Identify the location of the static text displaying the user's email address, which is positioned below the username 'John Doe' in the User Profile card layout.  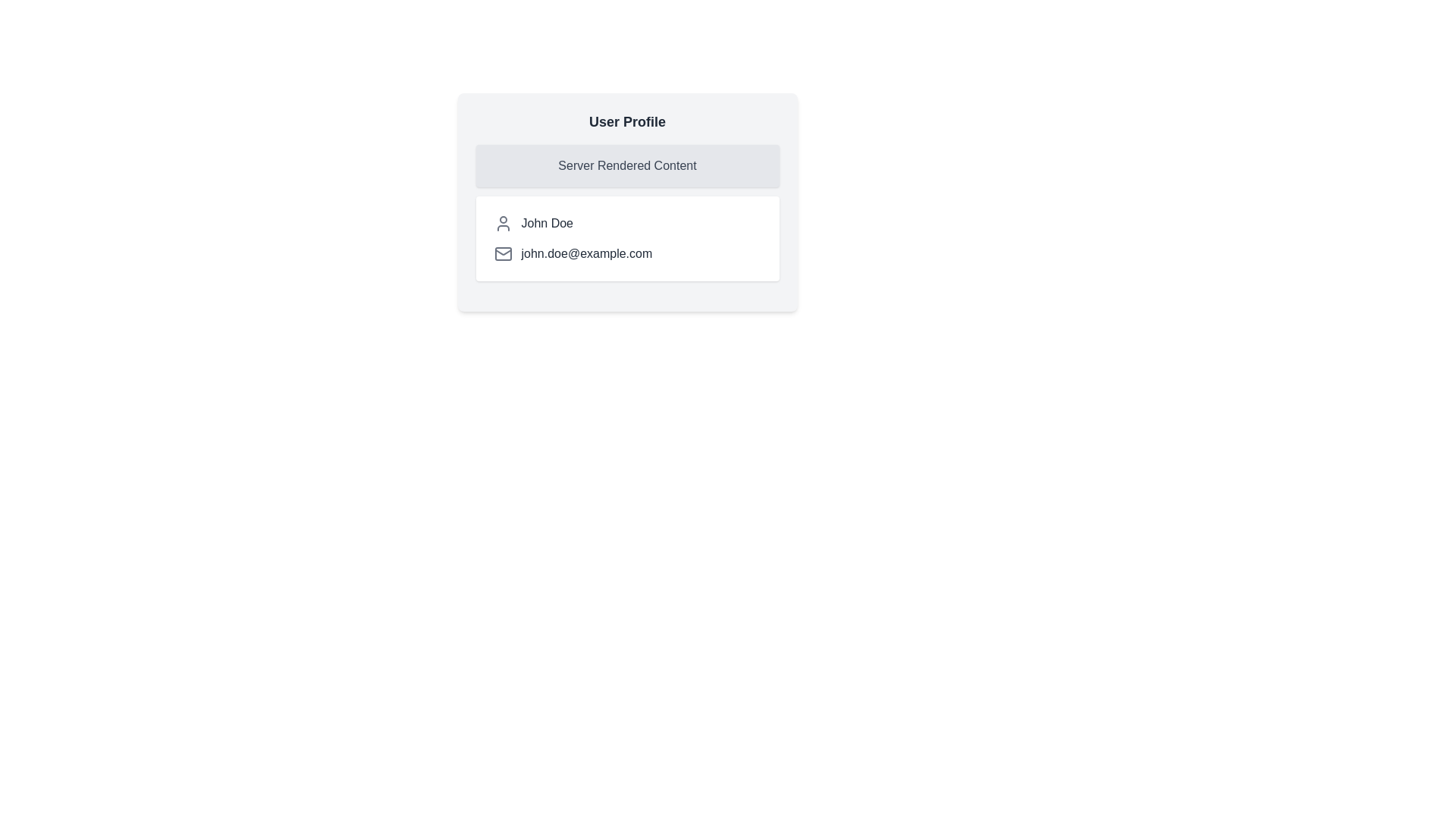
(585, 253).